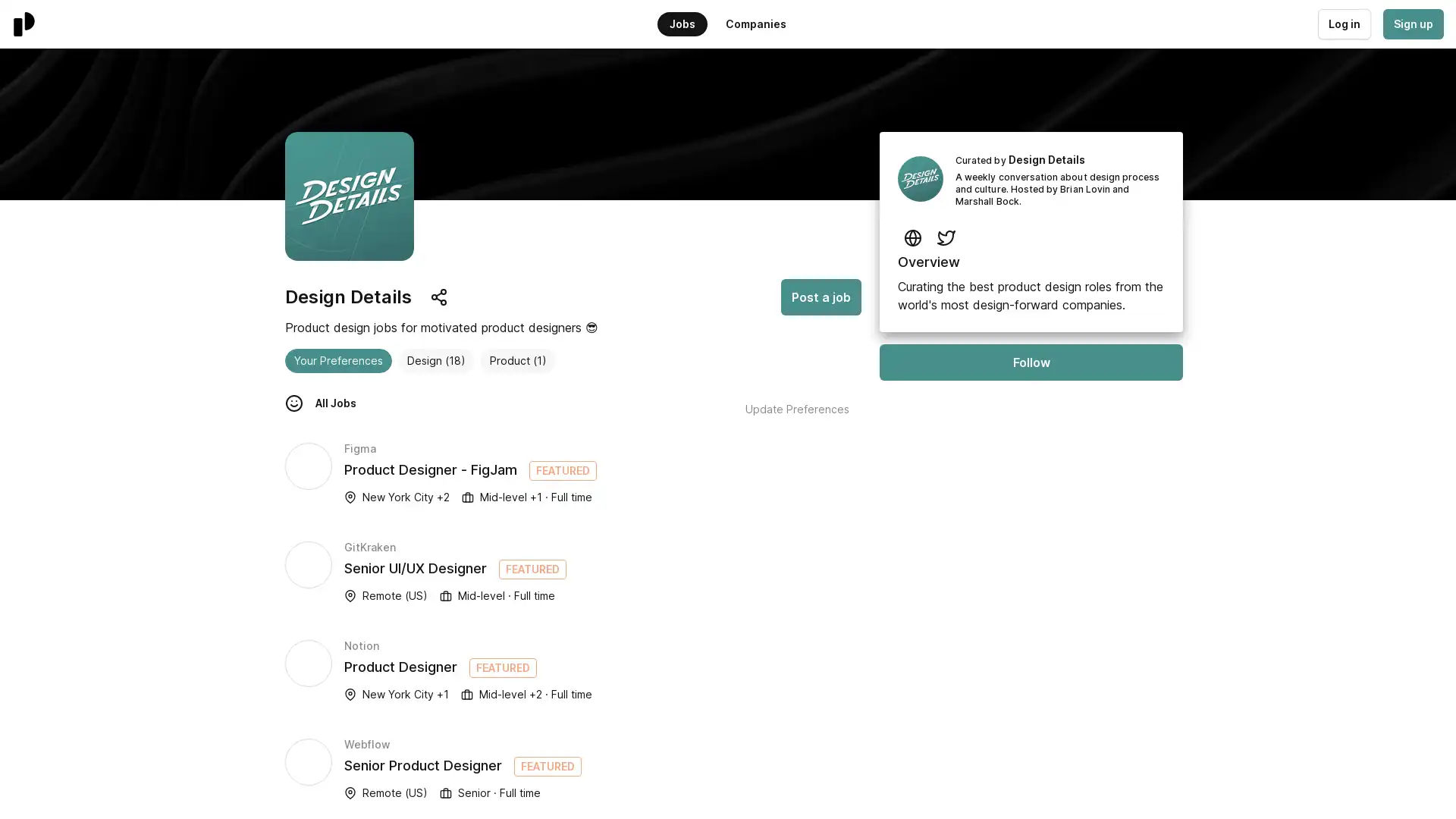  Describe the element at coordinates (1031, 362) in the screenshot. I see `Follow` at that location.